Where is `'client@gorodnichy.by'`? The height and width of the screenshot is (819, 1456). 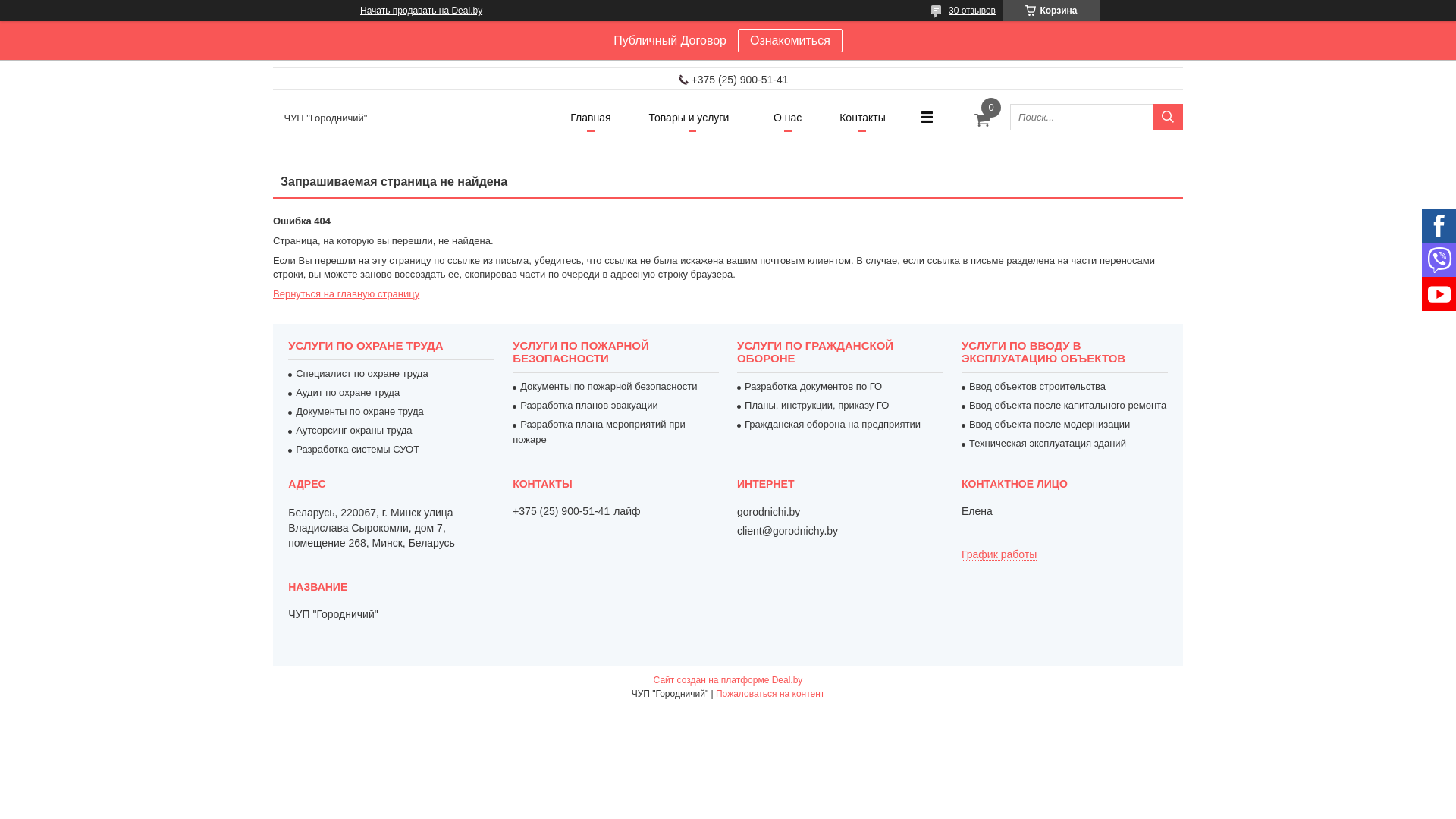
'client@gorodnichy.by' is located at coordinates (787, 529).